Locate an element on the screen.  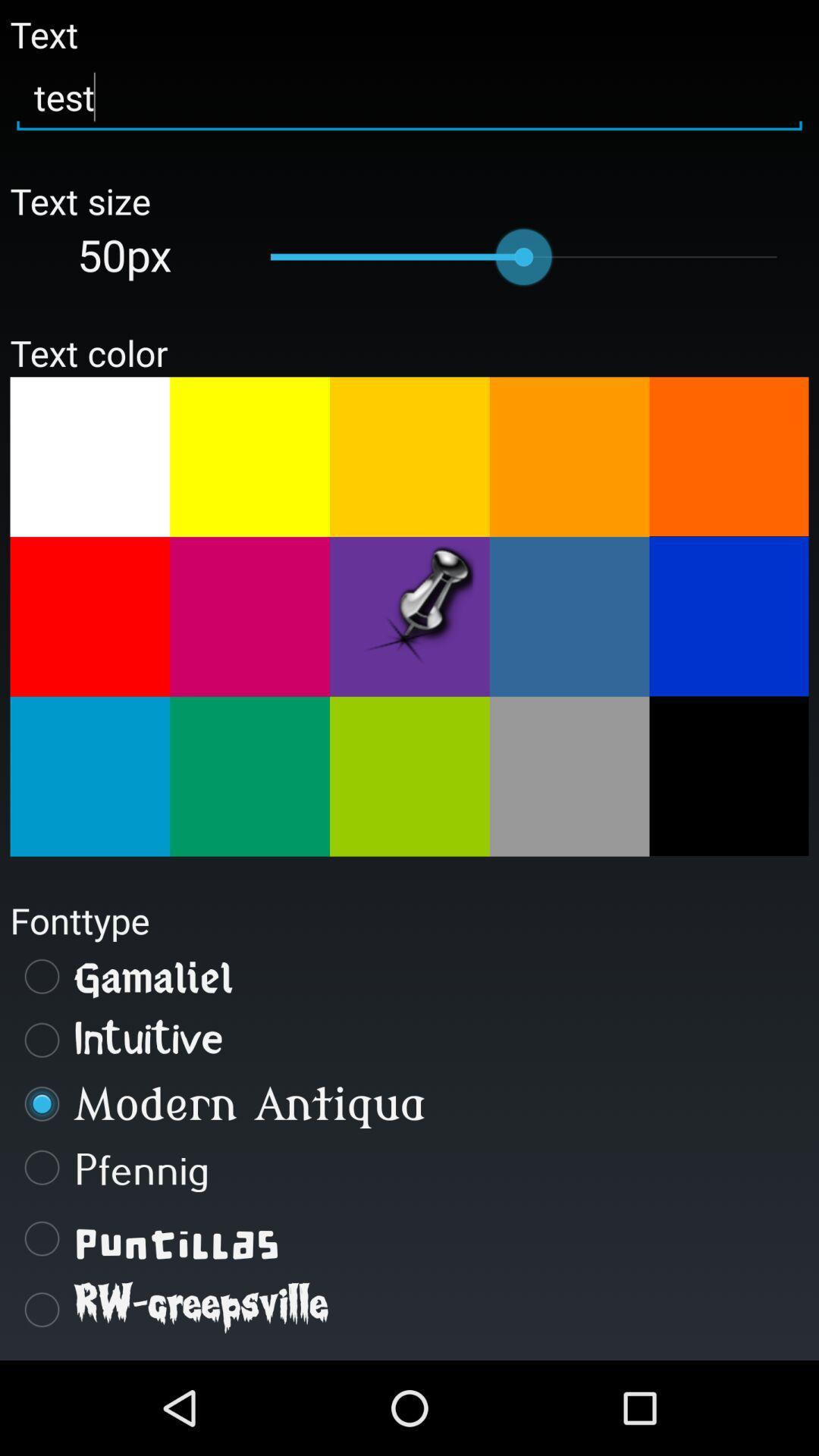
light green color is located at coordinates (249, 777).